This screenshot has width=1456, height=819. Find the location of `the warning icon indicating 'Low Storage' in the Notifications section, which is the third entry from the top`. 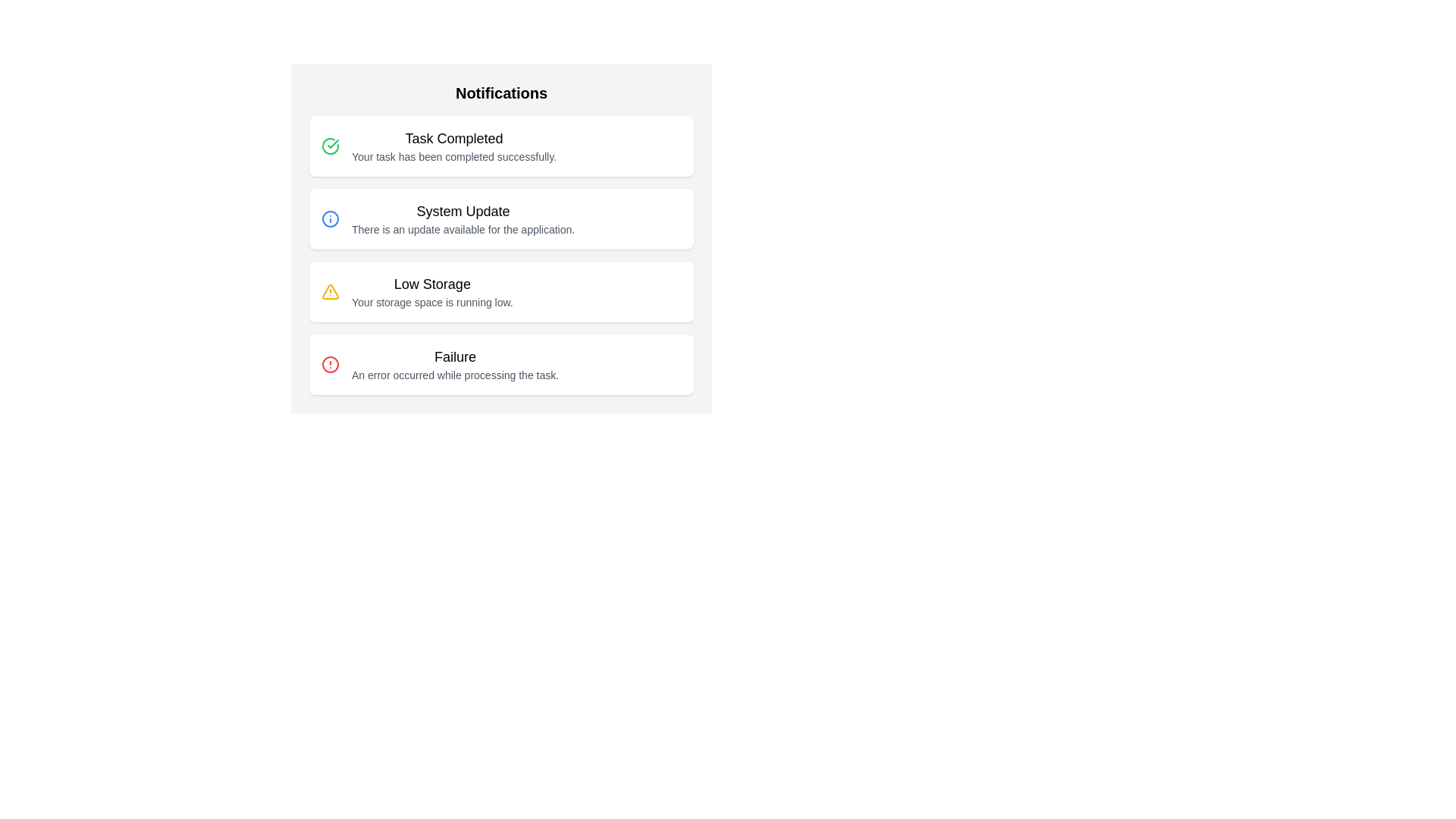

the warning icon indicating 'Low Storage' in the Notifications section, which is the third entry from the top is located at coordinates (330, 292).